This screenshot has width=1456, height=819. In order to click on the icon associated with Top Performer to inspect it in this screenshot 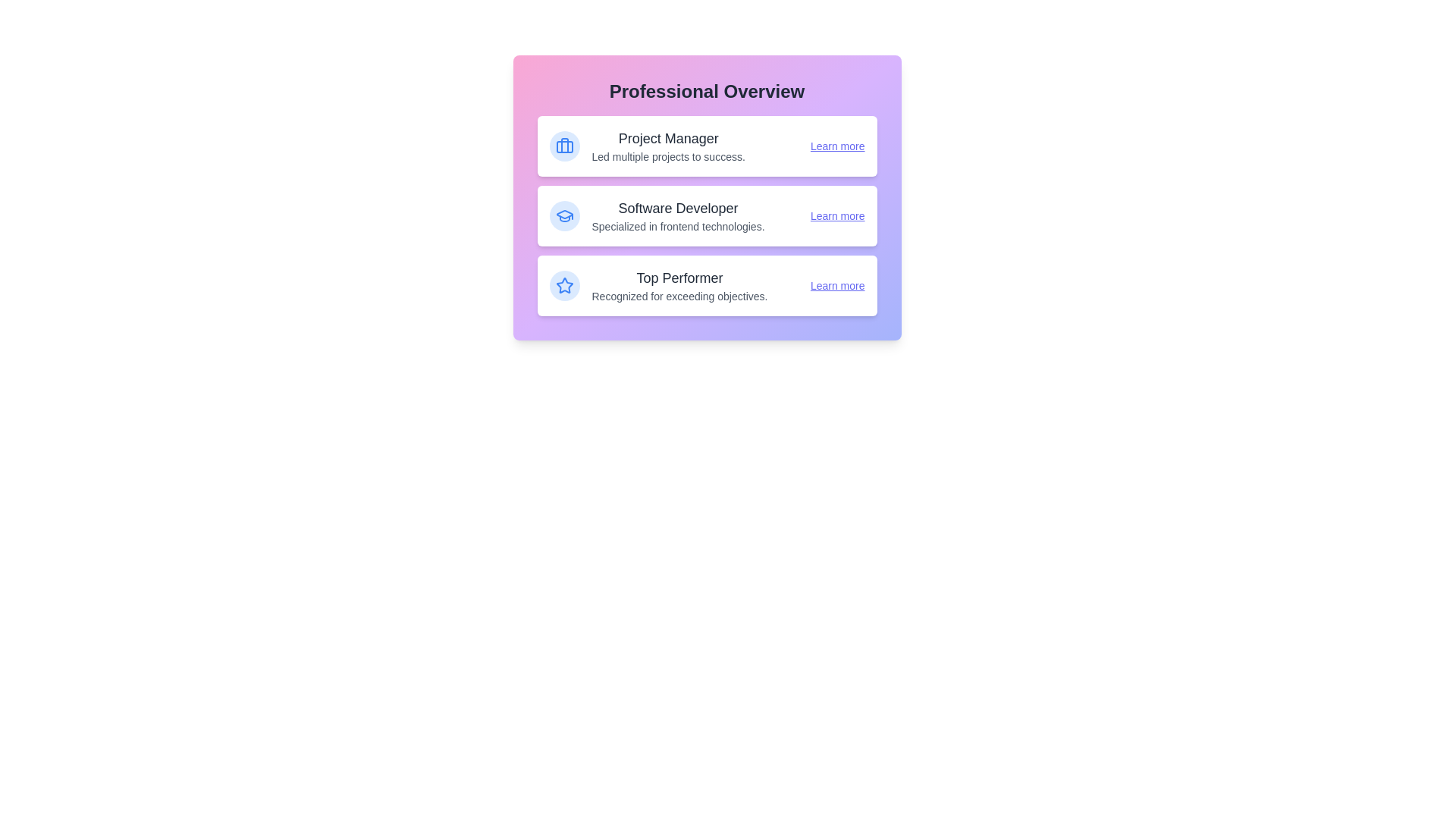, I will do `click(563, 286)`.